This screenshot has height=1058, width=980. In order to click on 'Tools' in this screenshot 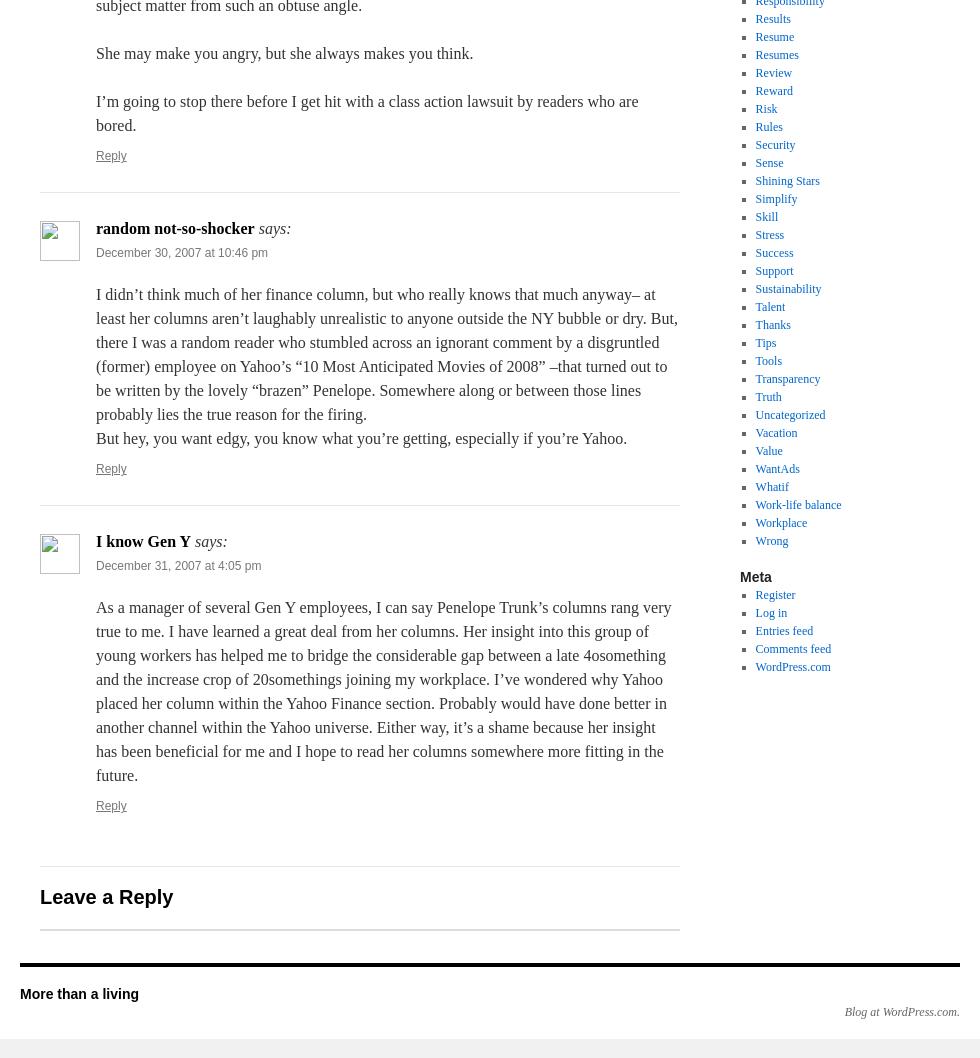, I will do `click(768, 360)`.